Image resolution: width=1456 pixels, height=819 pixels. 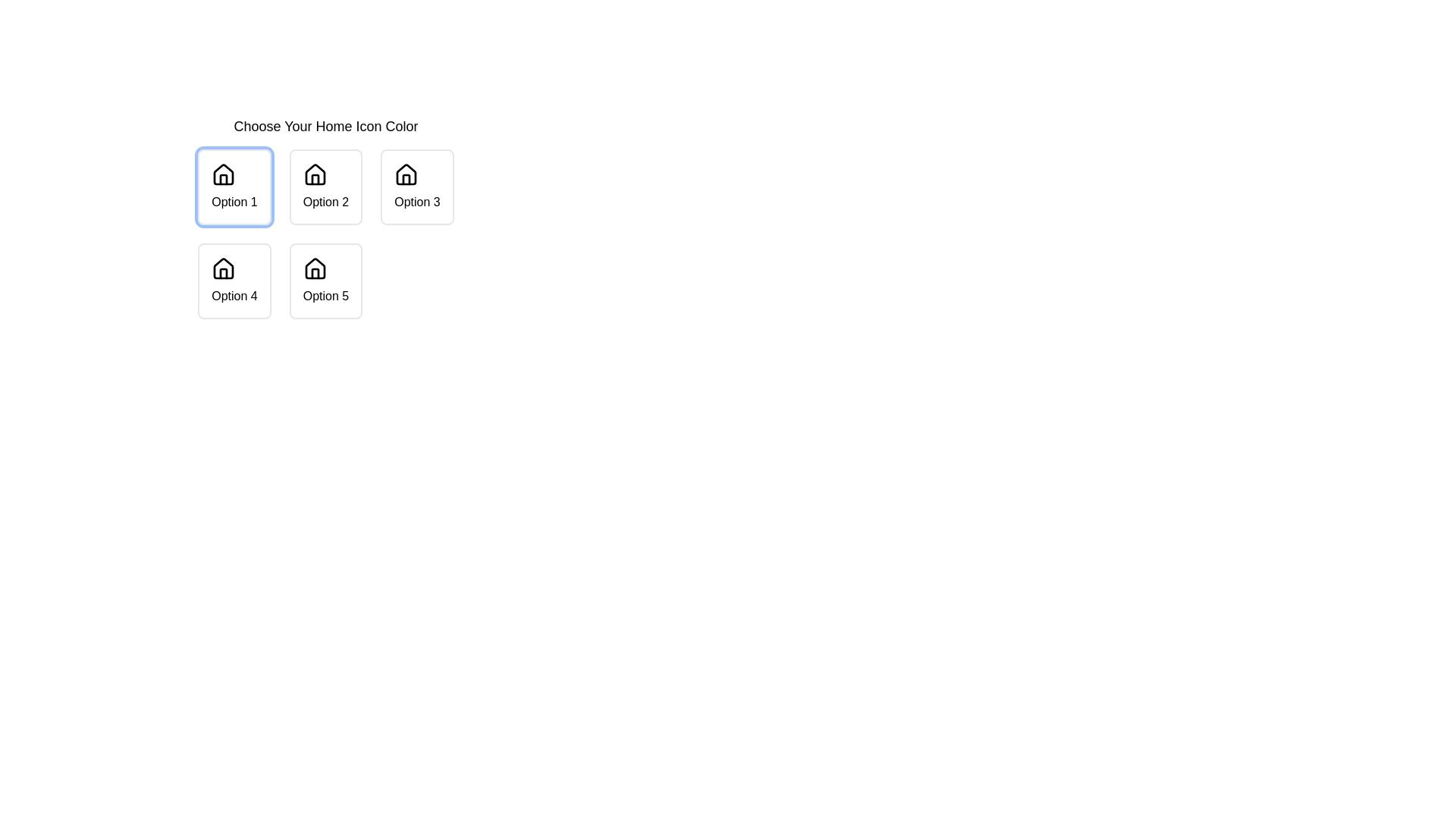 What do you see at coordinates (406, 174) in the screenshot?
I see `the home icon representing 'Option 3' in the top-right corner of the grid` at bounding box center [406, 174].